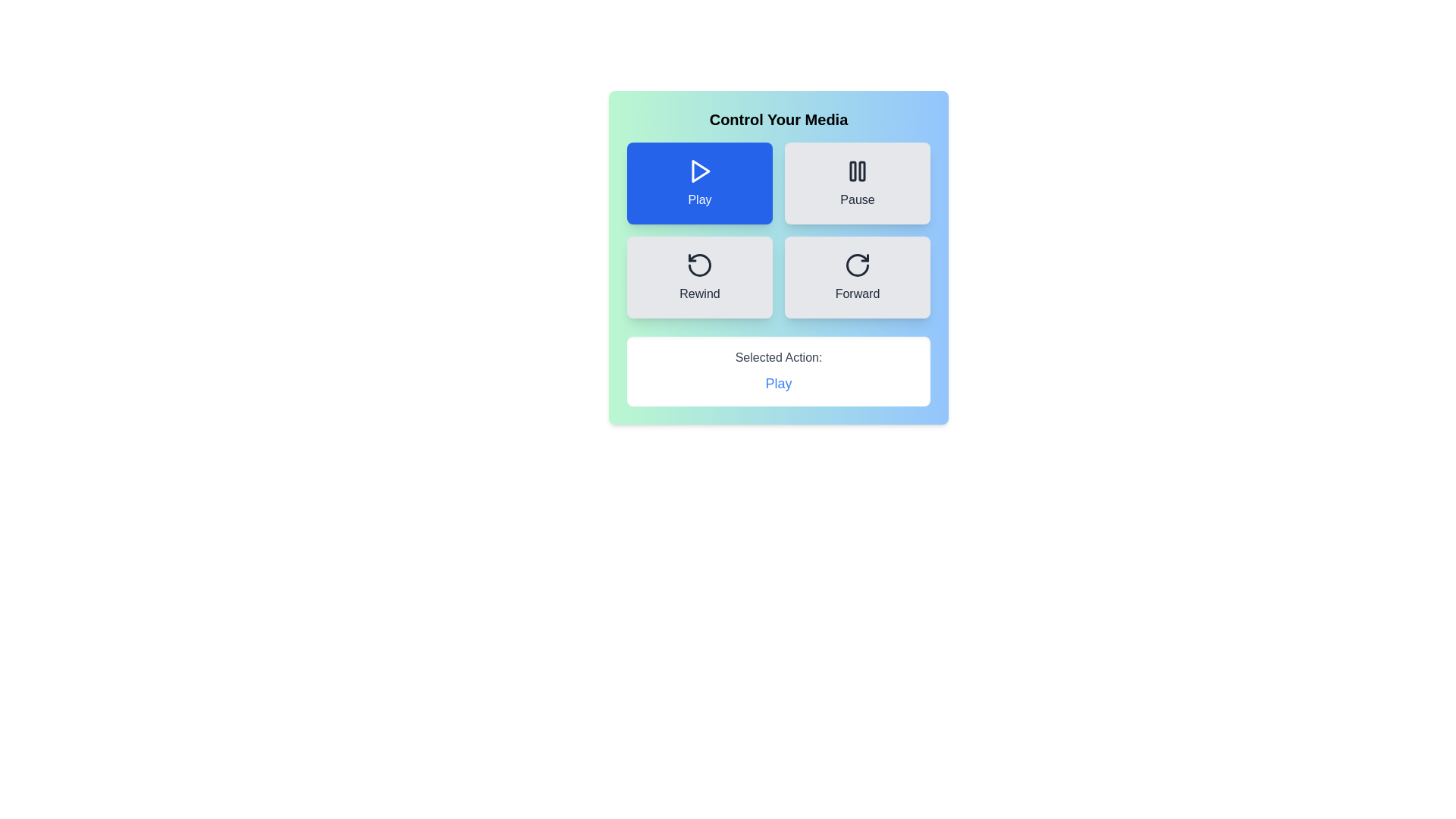 This screenshot has width=1456, height=819. What do you see at coordinates (698, 278) in the screenshot?
I see `the Rewind button to select the corresponding action` at bounding box center [698, 278].